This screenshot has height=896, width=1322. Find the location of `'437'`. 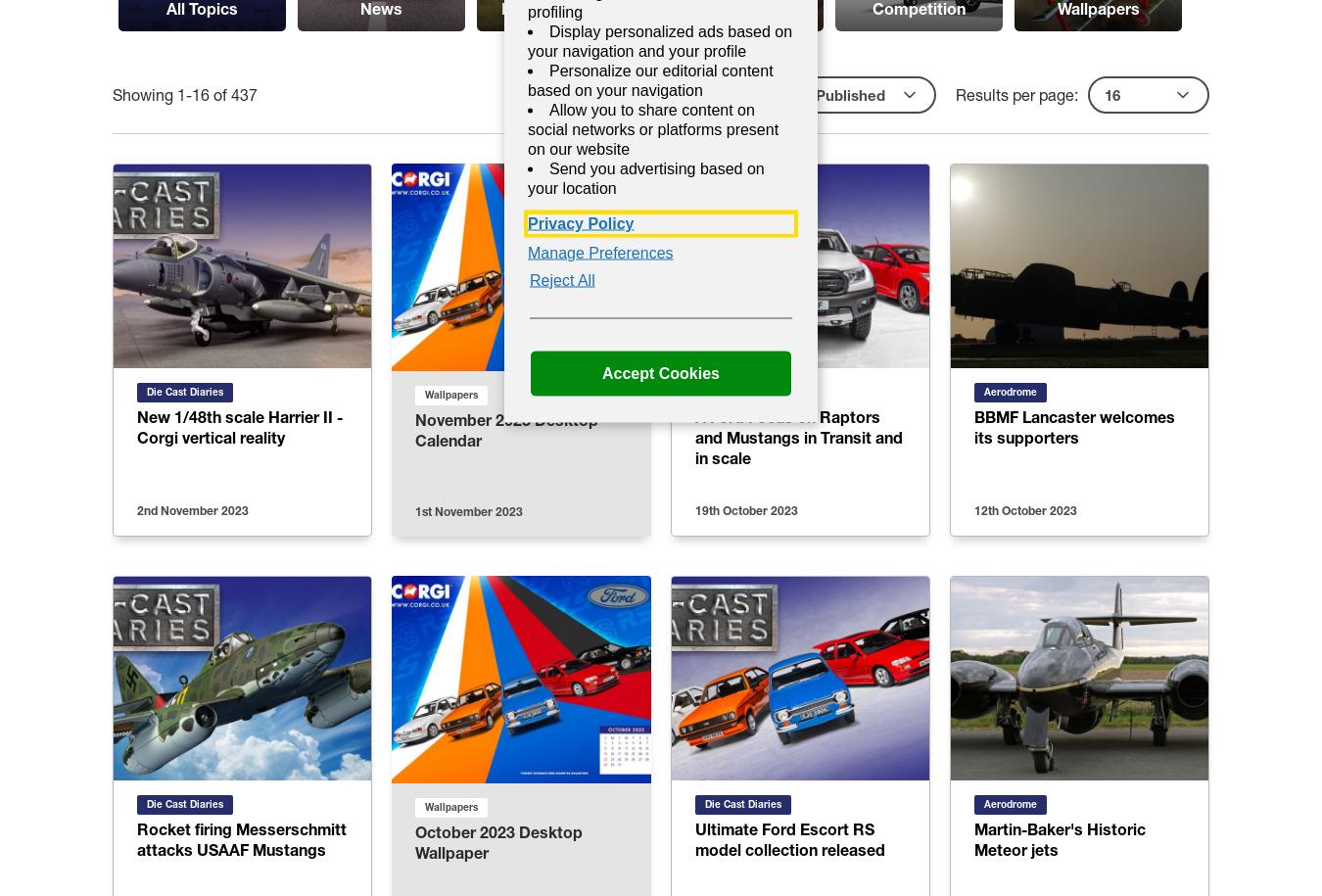

'437' is located at coordinates (243, 93).